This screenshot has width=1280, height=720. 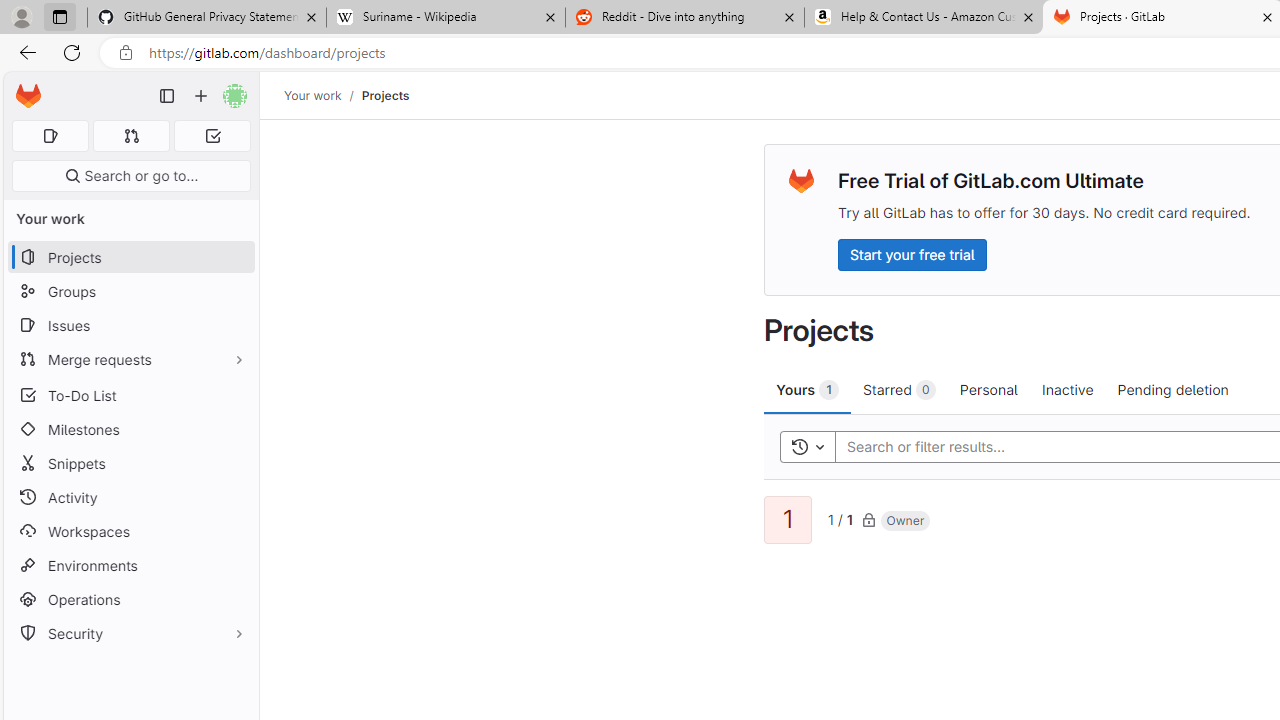 I want to click on 'Pending deletion', so click(x=1173, y=389).